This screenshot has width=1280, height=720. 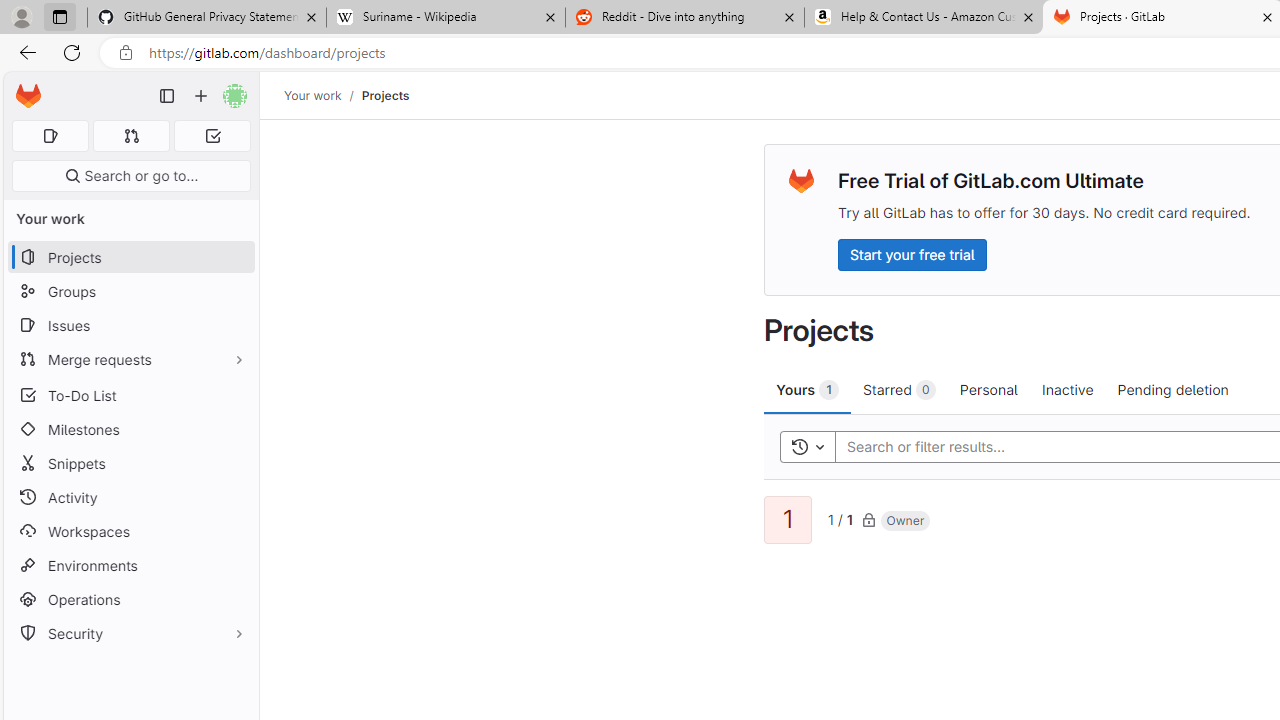 I want to click on 'Pending deletion', so click(x=1173, y=389).